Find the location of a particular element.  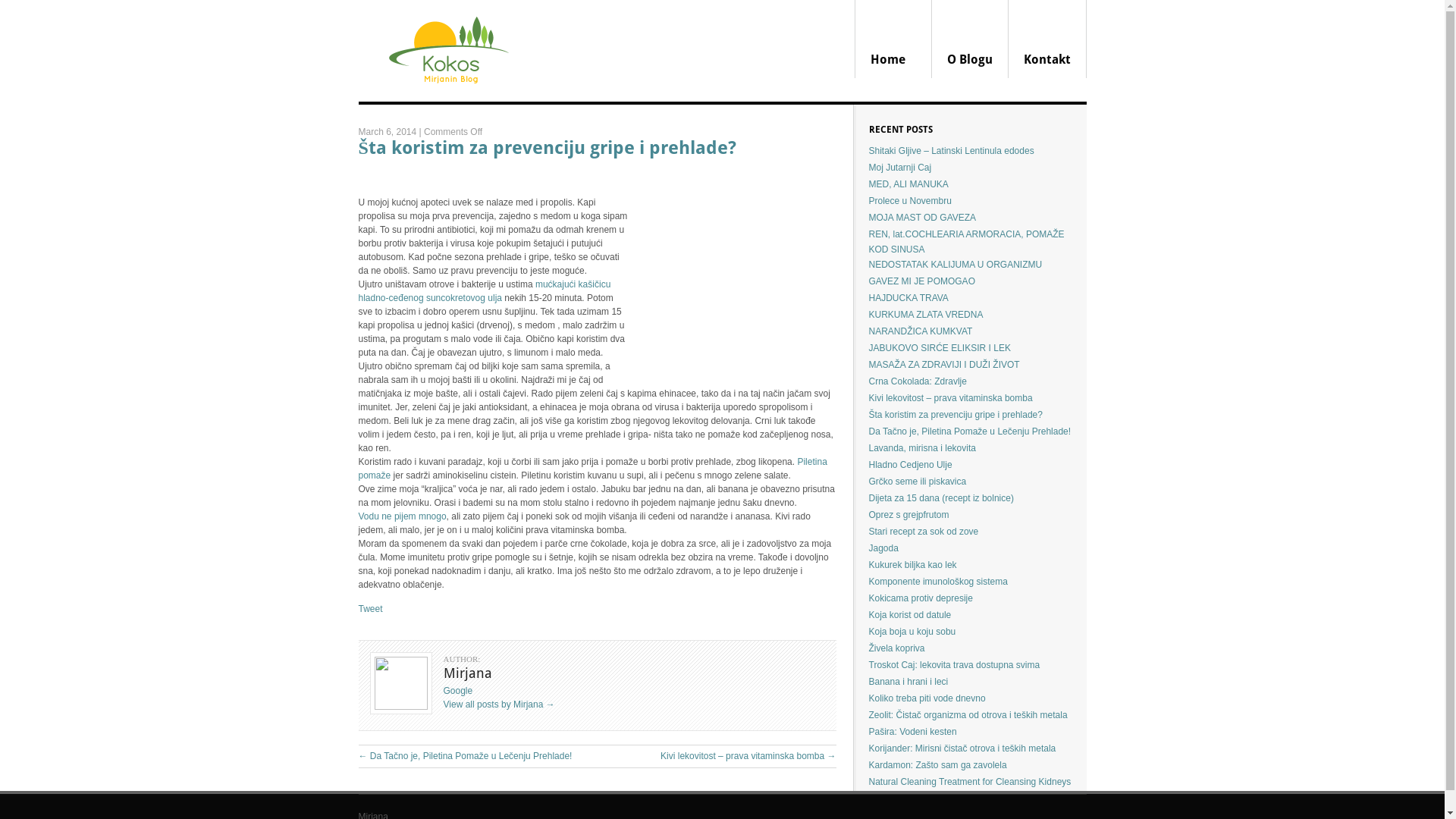

'KURKUMA ZLATA VREDNA' is located at coordinates (925, 314).